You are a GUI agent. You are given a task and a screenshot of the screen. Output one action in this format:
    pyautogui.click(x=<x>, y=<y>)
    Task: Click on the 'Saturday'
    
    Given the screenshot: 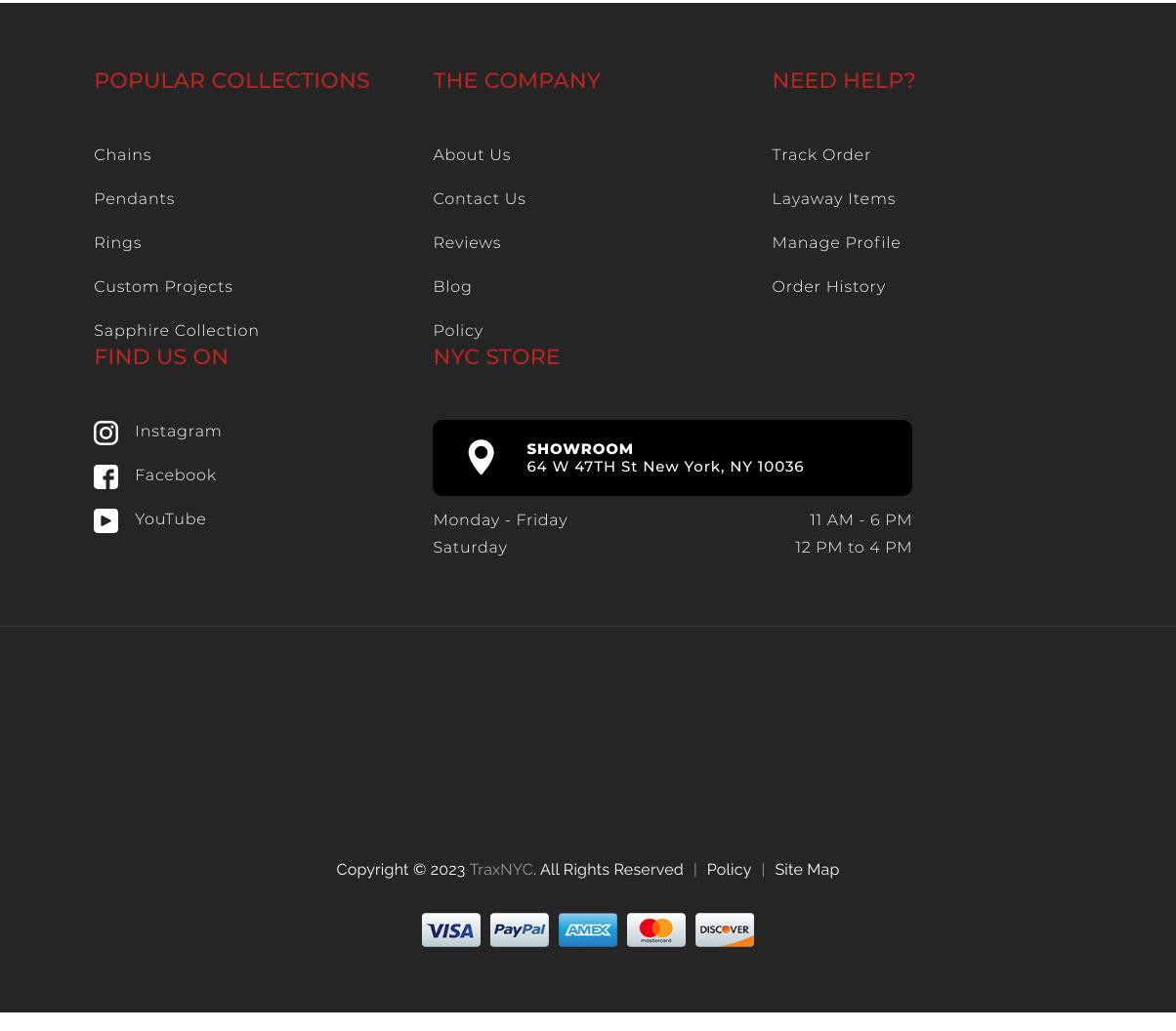 What is the action you would take?
    pyautogui.click(x=469, y=548)
    